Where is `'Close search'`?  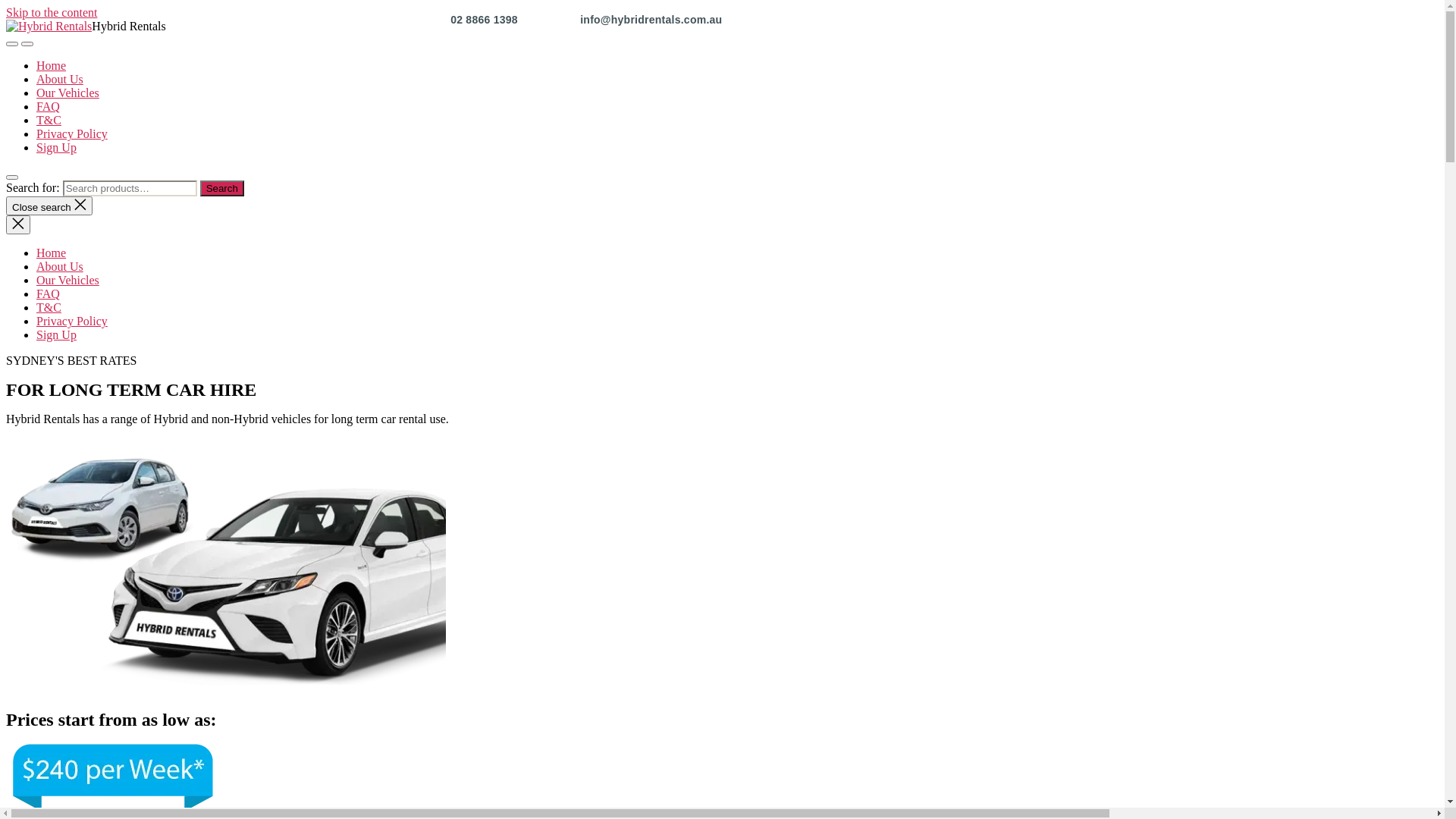
'Close search' is located at coordinates (6, 206).